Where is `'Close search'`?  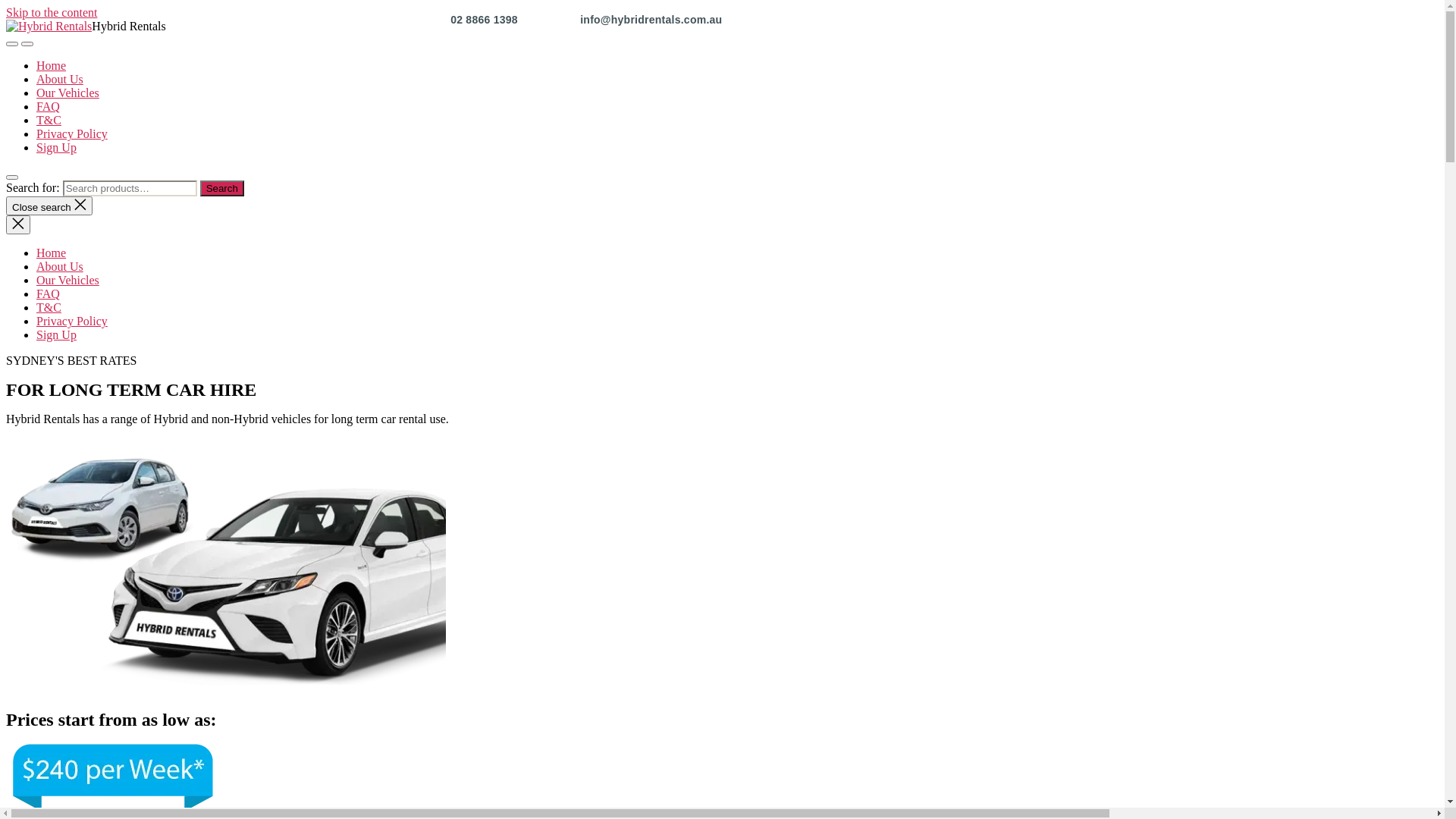
'Close search' is located at coordinates (6, 206).